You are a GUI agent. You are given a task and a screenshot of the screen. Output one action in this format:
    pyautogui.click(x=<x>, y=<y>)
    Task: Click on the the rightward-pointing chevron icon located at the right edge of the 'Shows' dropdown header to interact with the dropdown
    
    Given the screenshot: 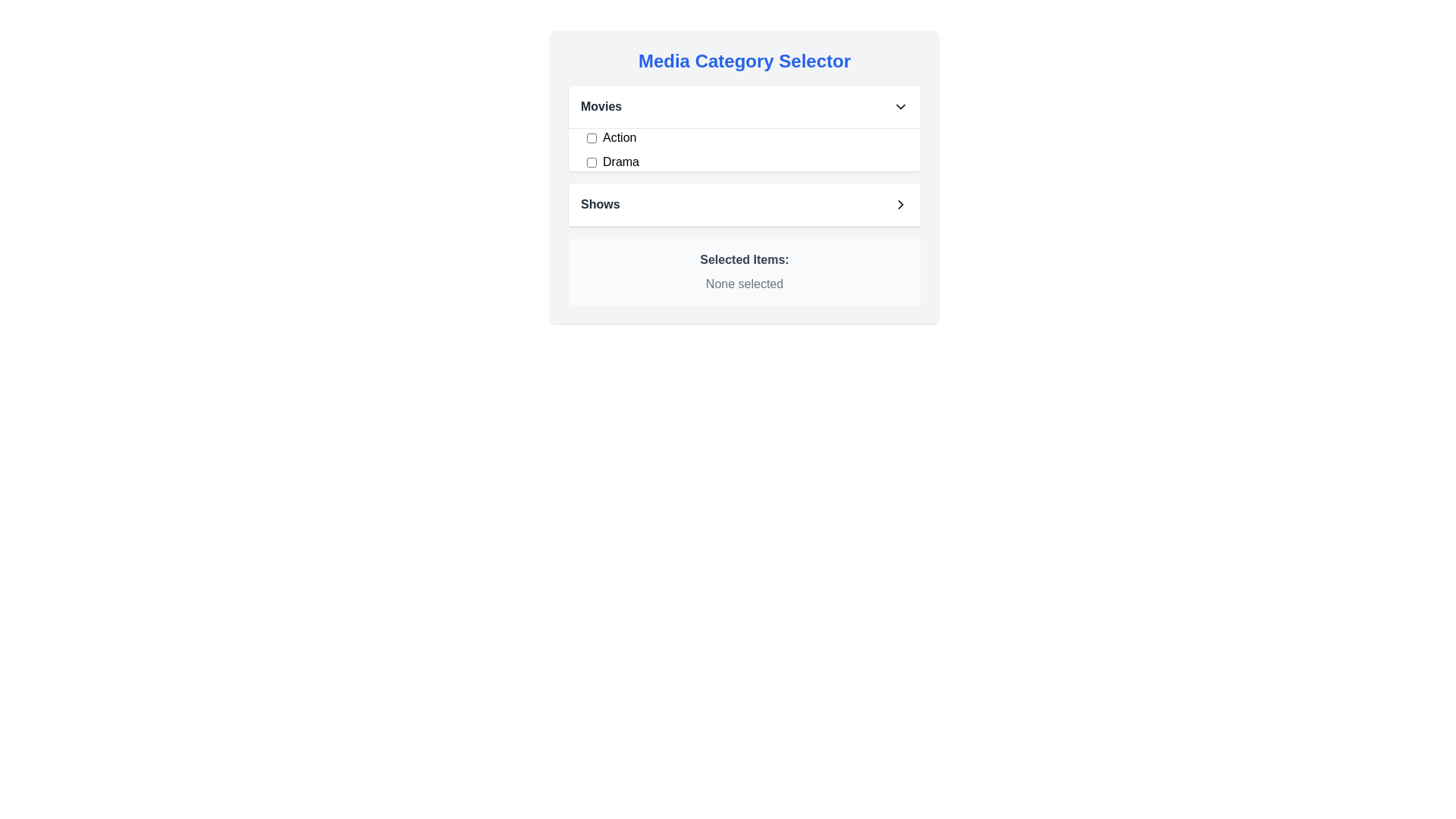 What is the action you would take?
    pyautogui.click(x=901, y=205)
    